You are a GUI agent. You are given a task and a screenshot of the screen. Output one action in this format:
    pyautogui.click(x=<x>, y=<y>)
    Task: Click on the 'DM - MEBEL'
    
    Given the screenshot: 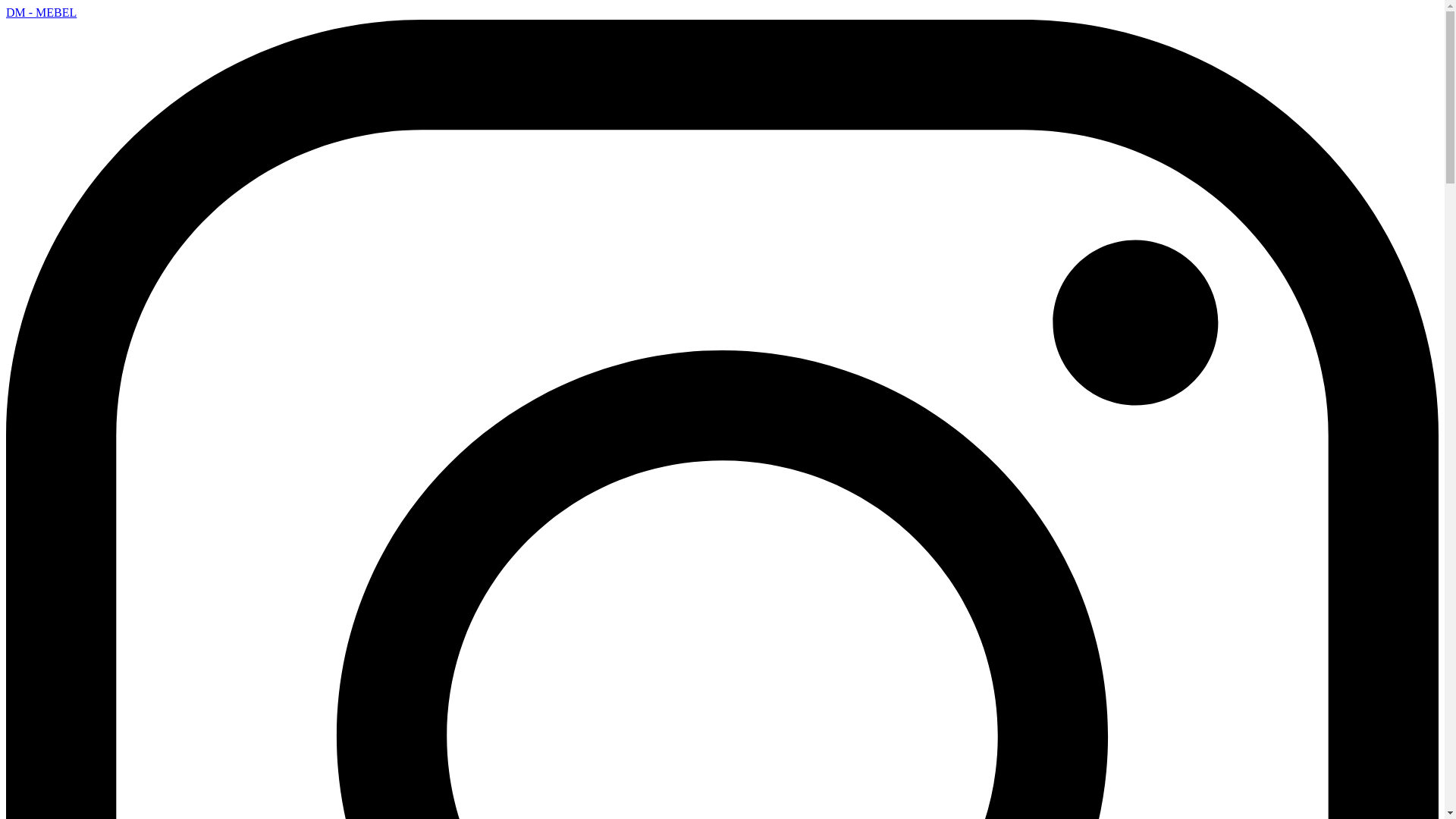 What is the action you would take?
    pyautogui.click(x=41, y=12)
    